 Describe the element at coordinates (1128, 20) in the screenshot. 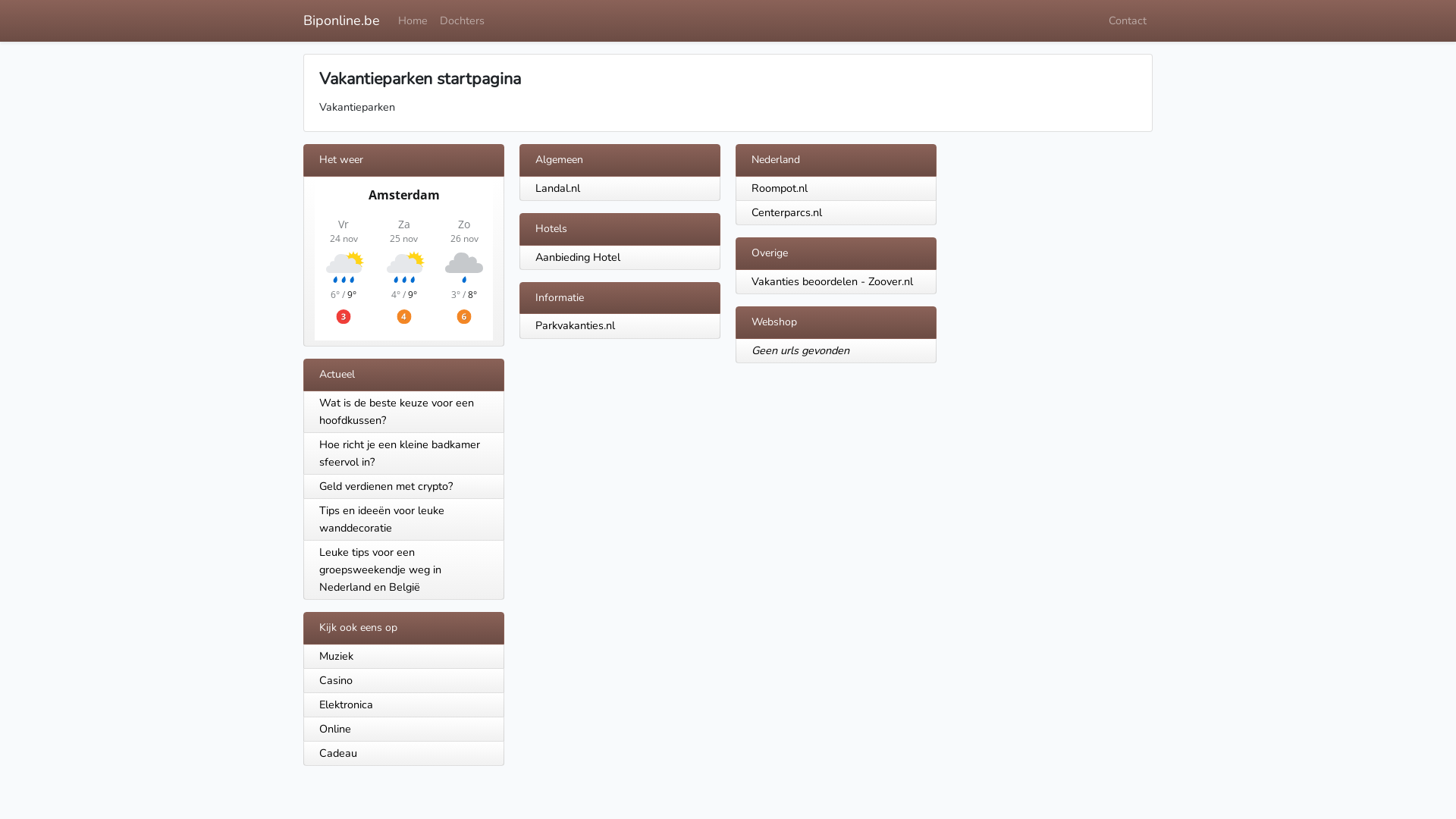

I see `'Contact'` at that location.